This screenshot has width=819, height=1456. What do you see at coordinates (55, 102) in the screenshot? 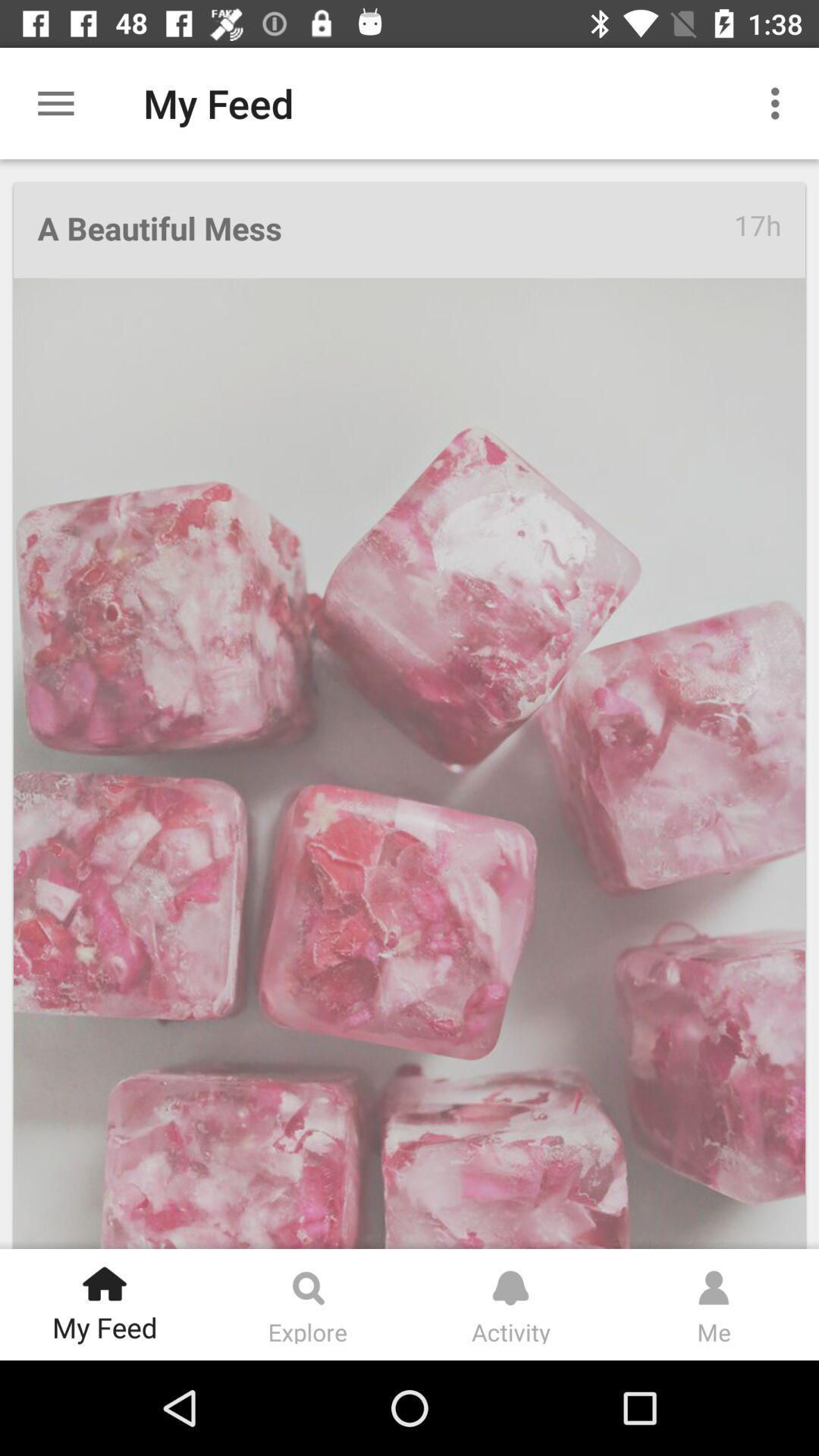
I see `the icon to the left of my feed icon` at bounding box center [55, 102].